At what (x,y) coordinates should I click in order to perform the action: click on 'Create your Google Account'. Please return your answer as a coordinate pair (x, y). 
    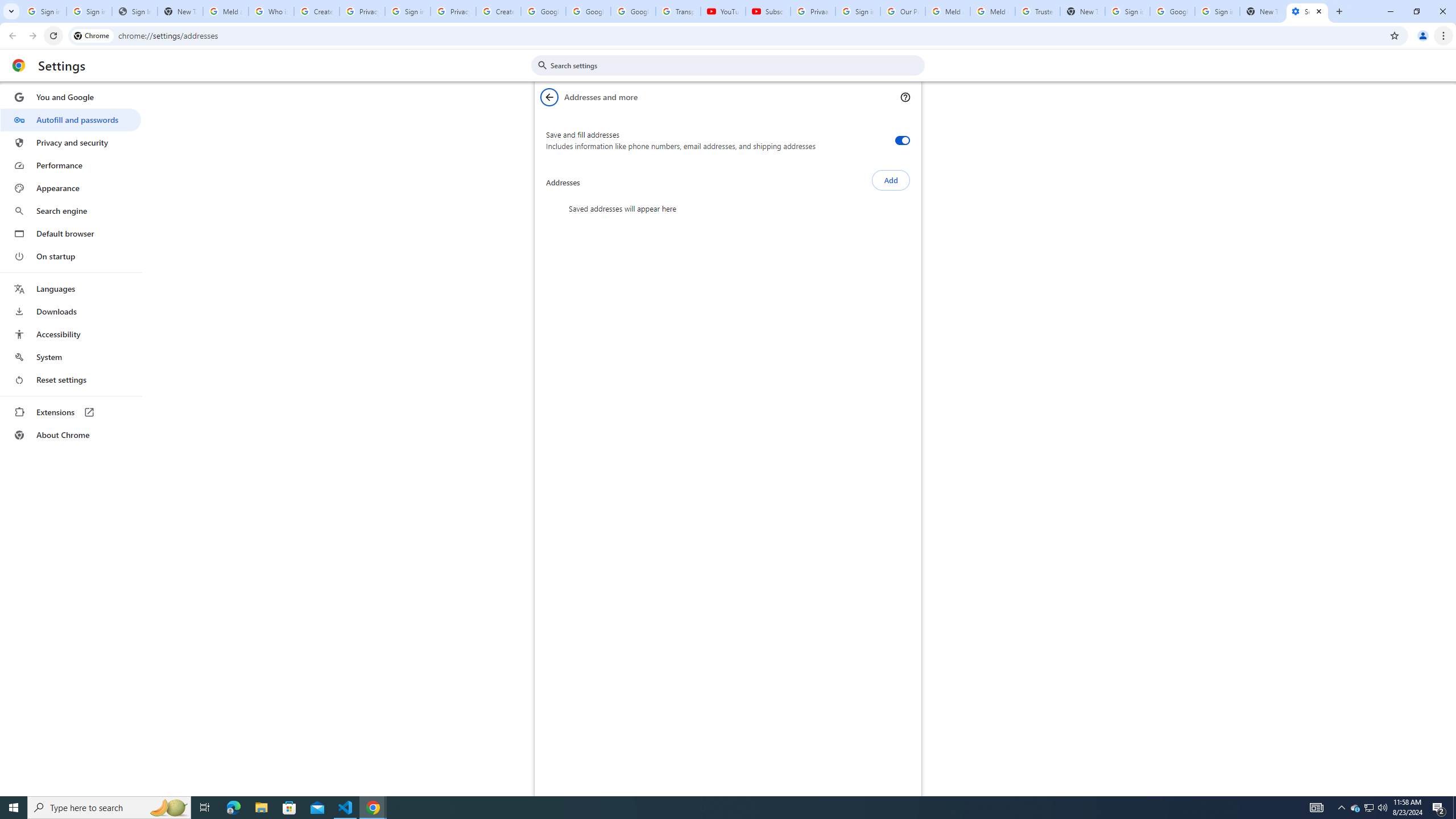
    Looking at the image, I should click on (498, 11).